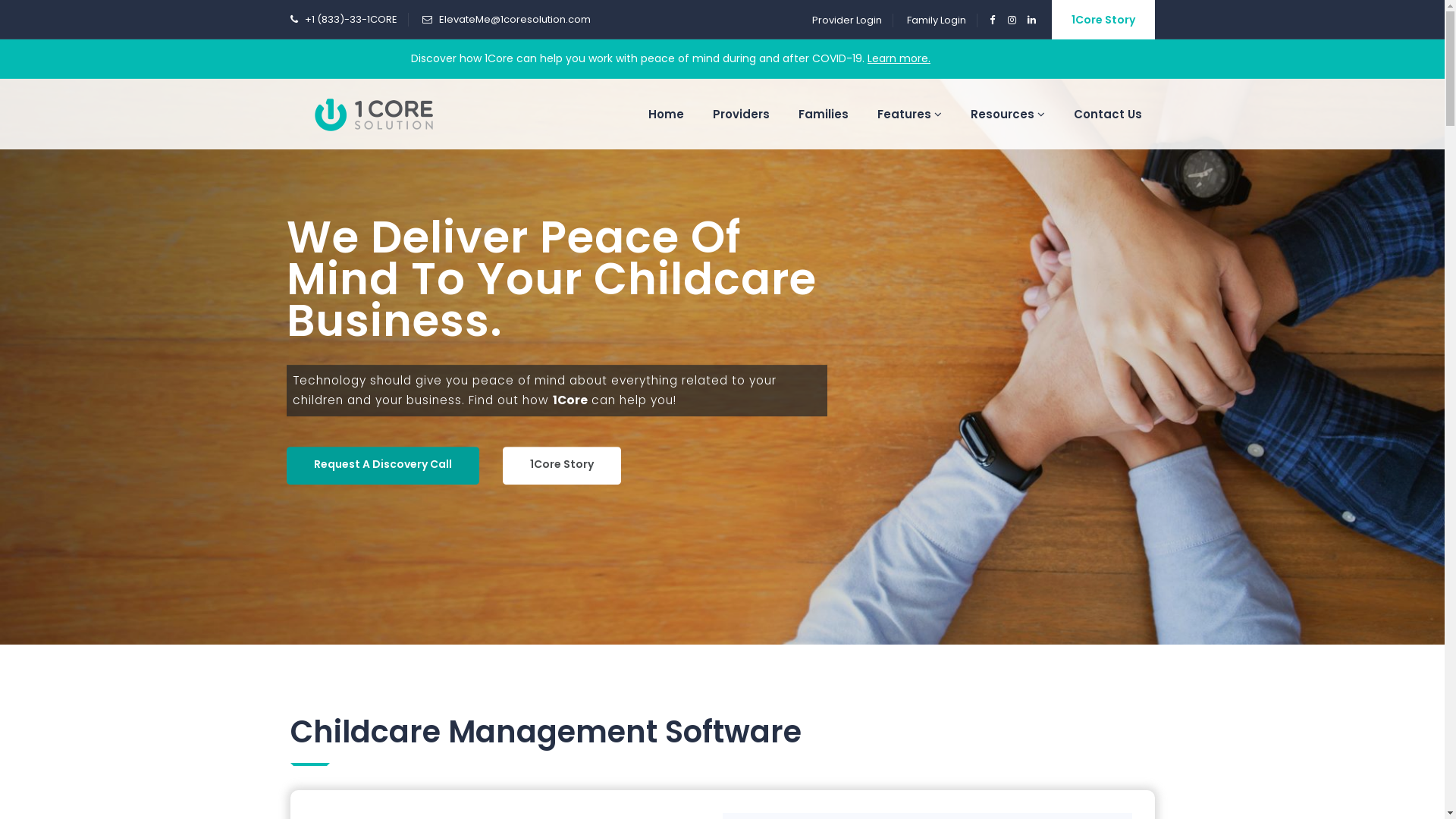  I want to click on '1Core Story', so click(1103, 20).